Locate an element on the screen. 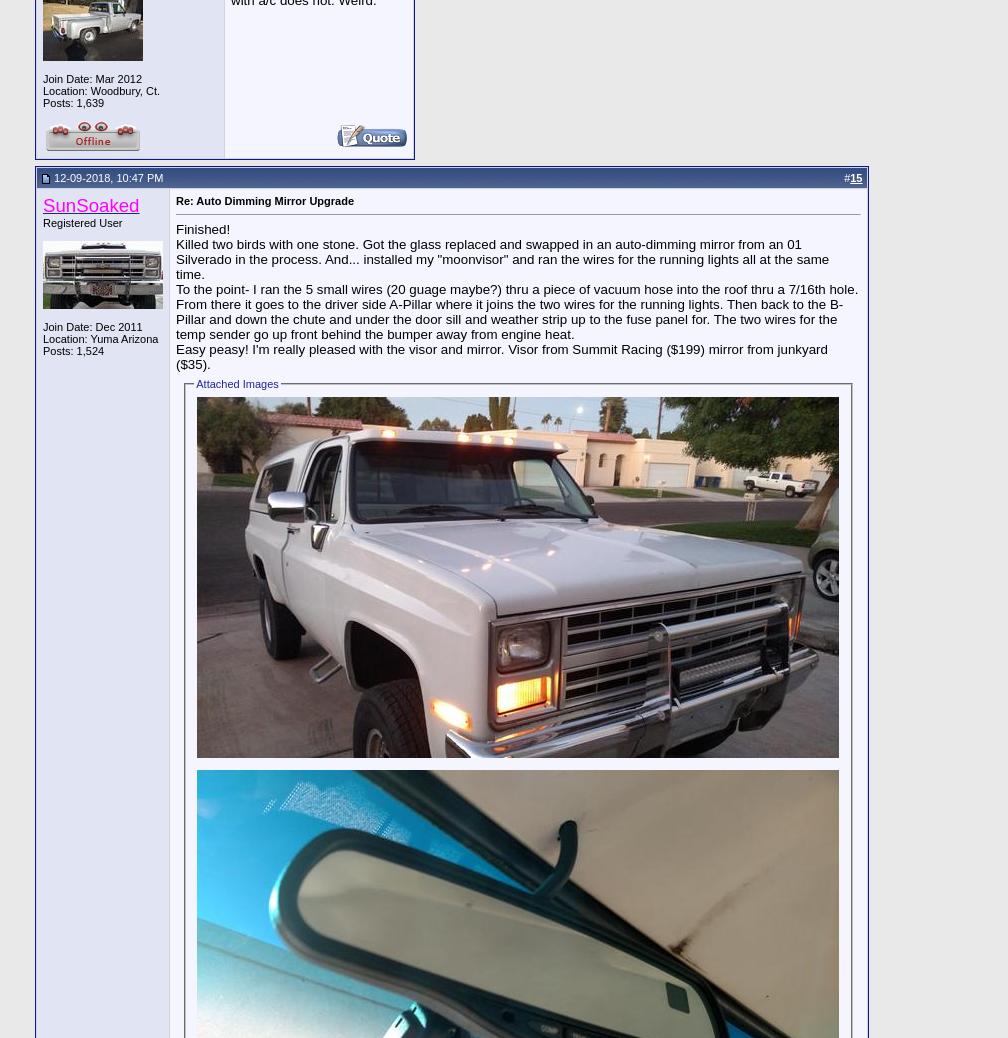 The width and height of the screenshot is (1008, 1038). 'Re: Auto Dimming Mirror Upgrade' is located at coordinates (175, 199).